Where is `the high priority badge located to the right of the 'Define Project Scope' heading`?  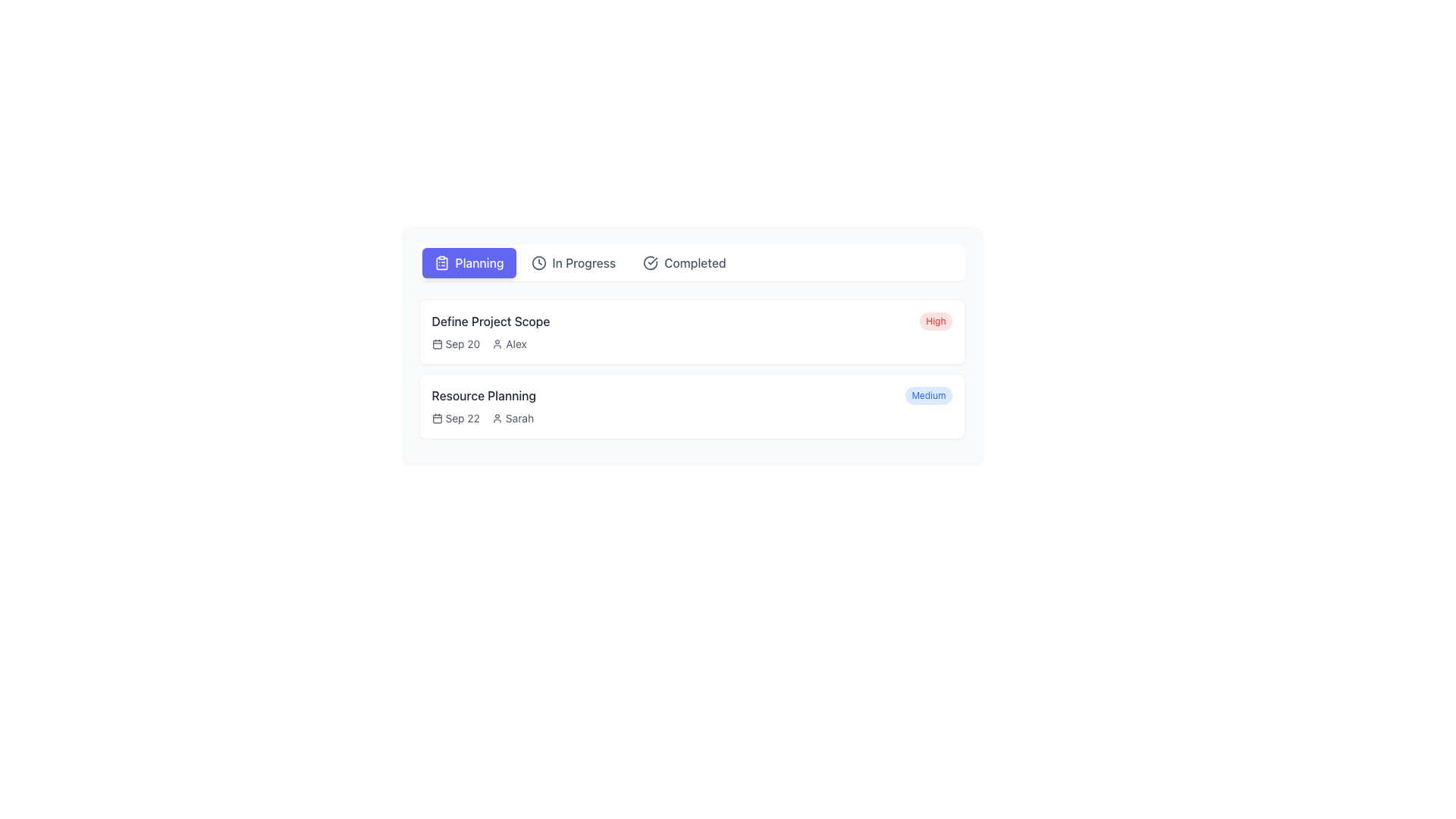 the high priority badge located to the right of the 'Define Project Scope' heading is located at coordinates (935, 321).